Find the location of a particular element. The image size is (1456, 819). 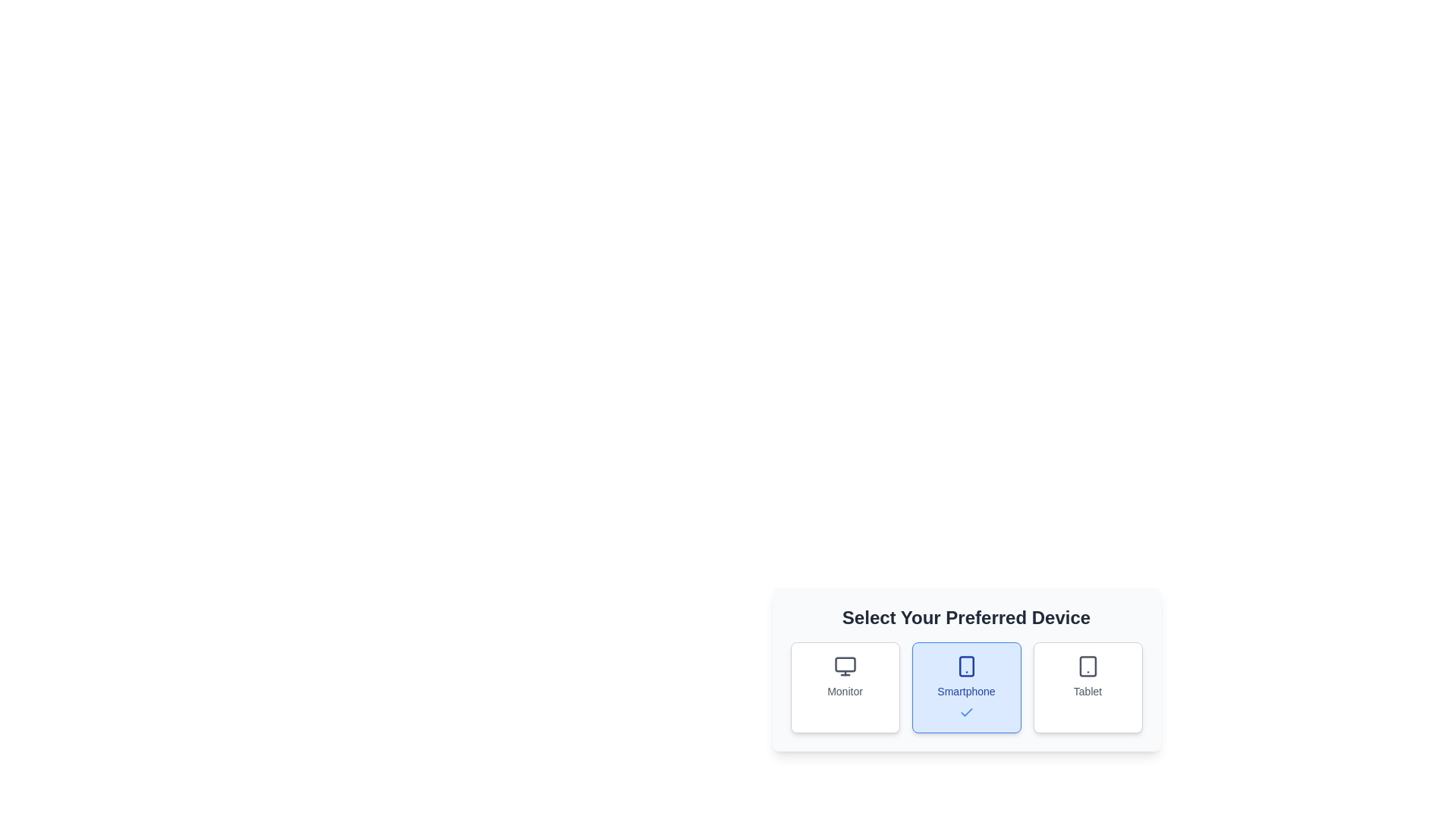

the 'Smartphone' option in the selection control group is located at coordinates (965, 691).